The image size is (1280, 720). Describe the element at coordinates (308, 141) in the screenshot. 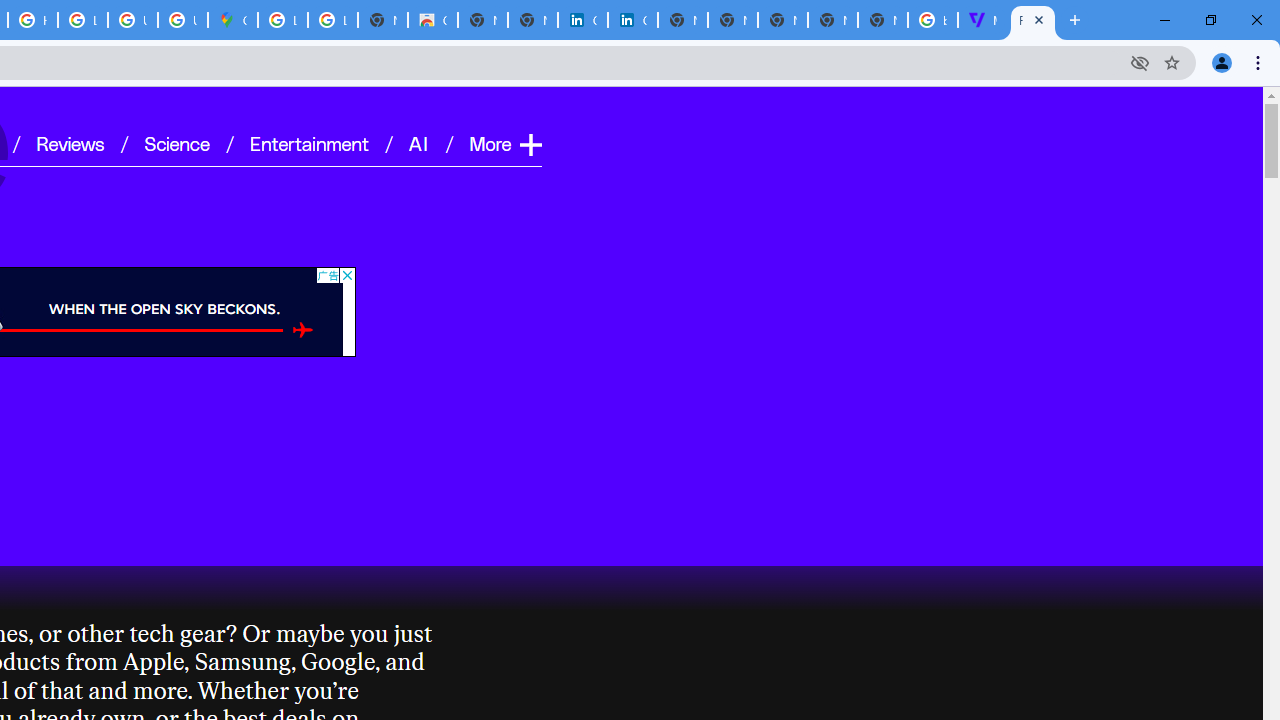

I see `'Entertainment'` at that location.